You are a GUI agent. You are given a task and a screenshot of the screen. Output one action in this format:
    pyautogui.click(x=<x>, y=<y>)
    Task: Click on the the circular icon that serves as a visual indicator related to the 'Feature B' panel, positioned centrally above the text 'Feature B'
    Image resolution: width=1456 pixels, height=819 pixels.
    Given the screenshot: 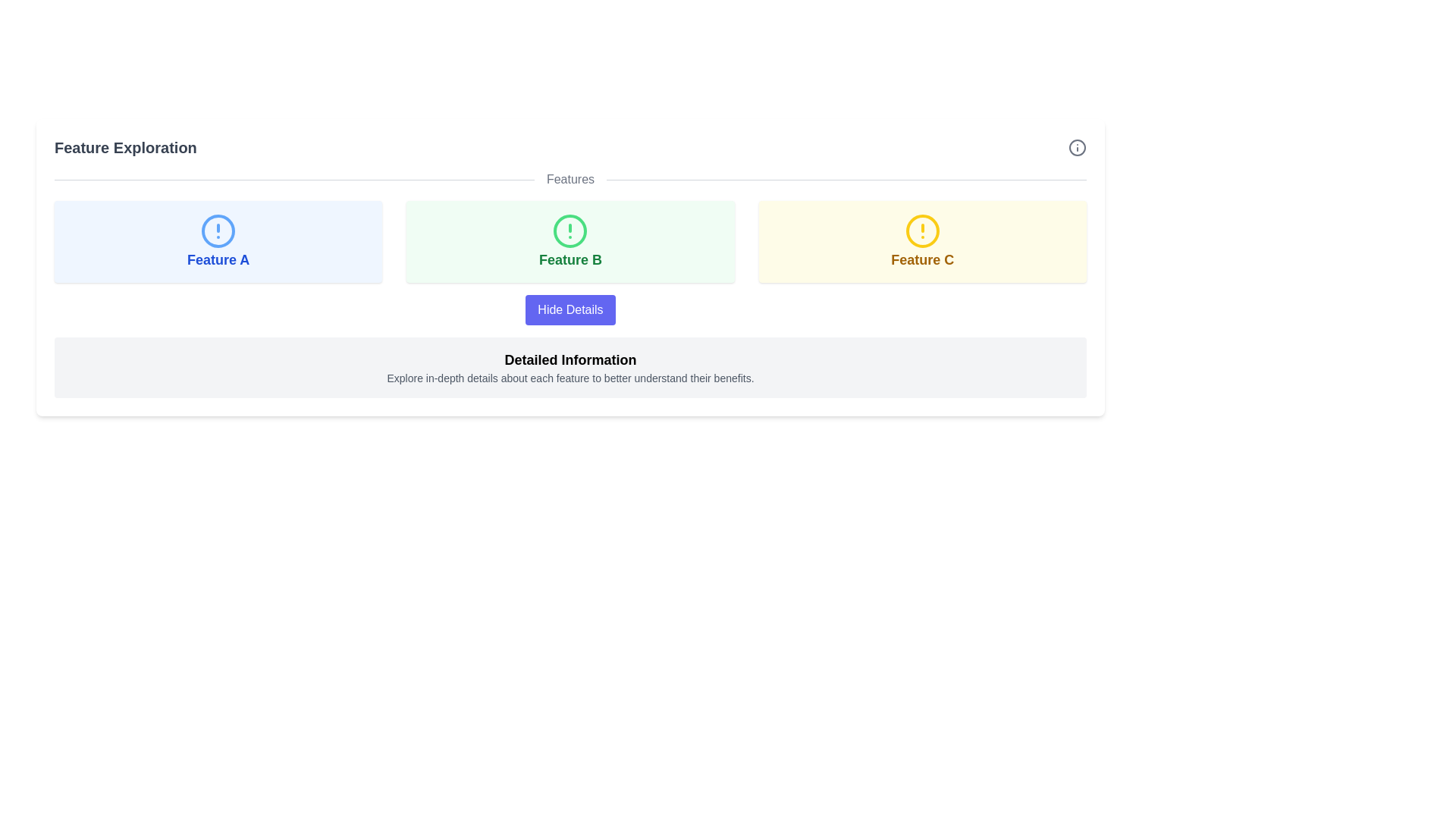 What is the action you would take?
    pyautogui.click(x=570, y=231)
    